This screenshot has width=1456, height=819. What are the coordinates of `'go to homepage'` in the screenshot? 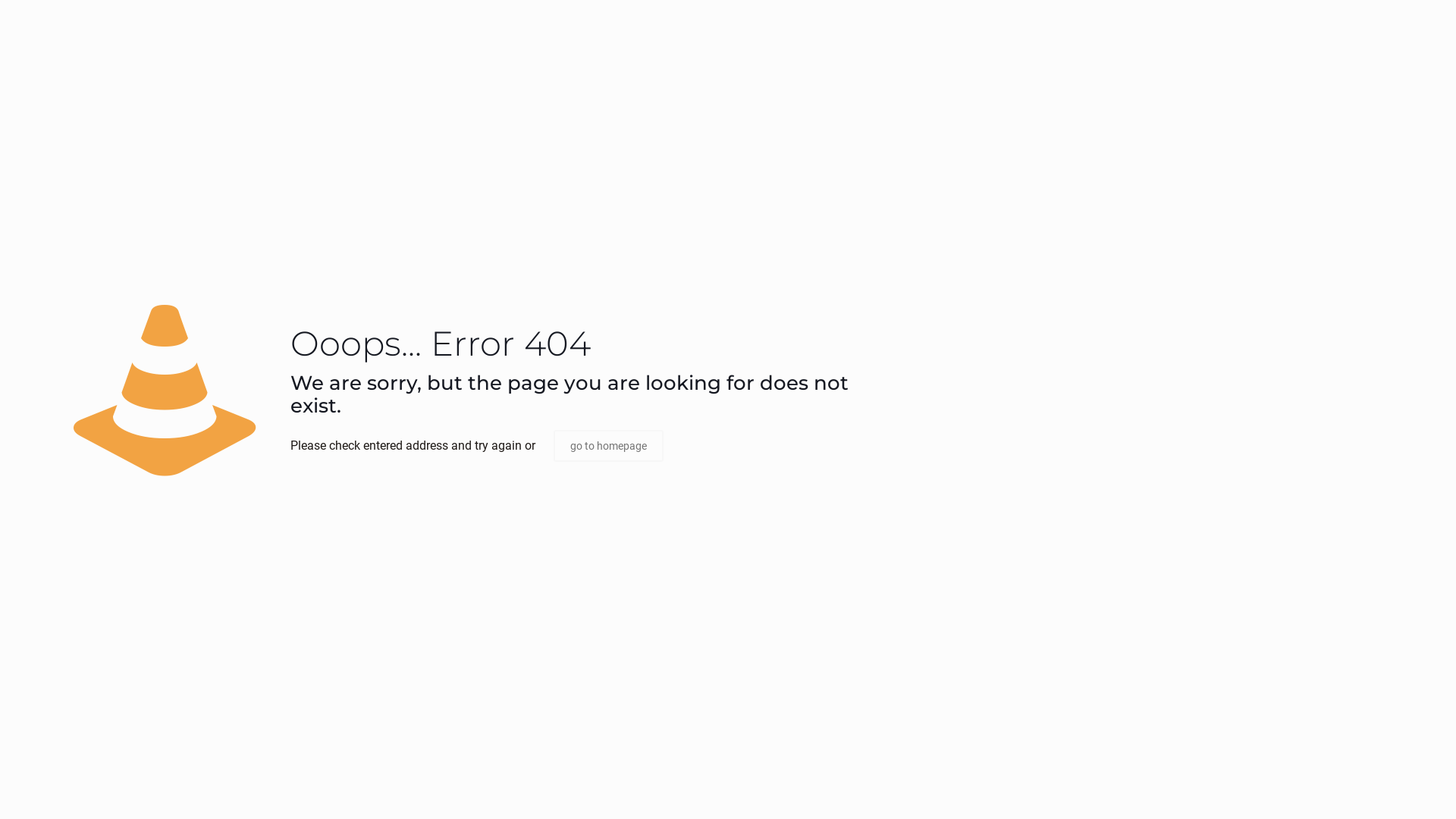 It's located at (608, 444).